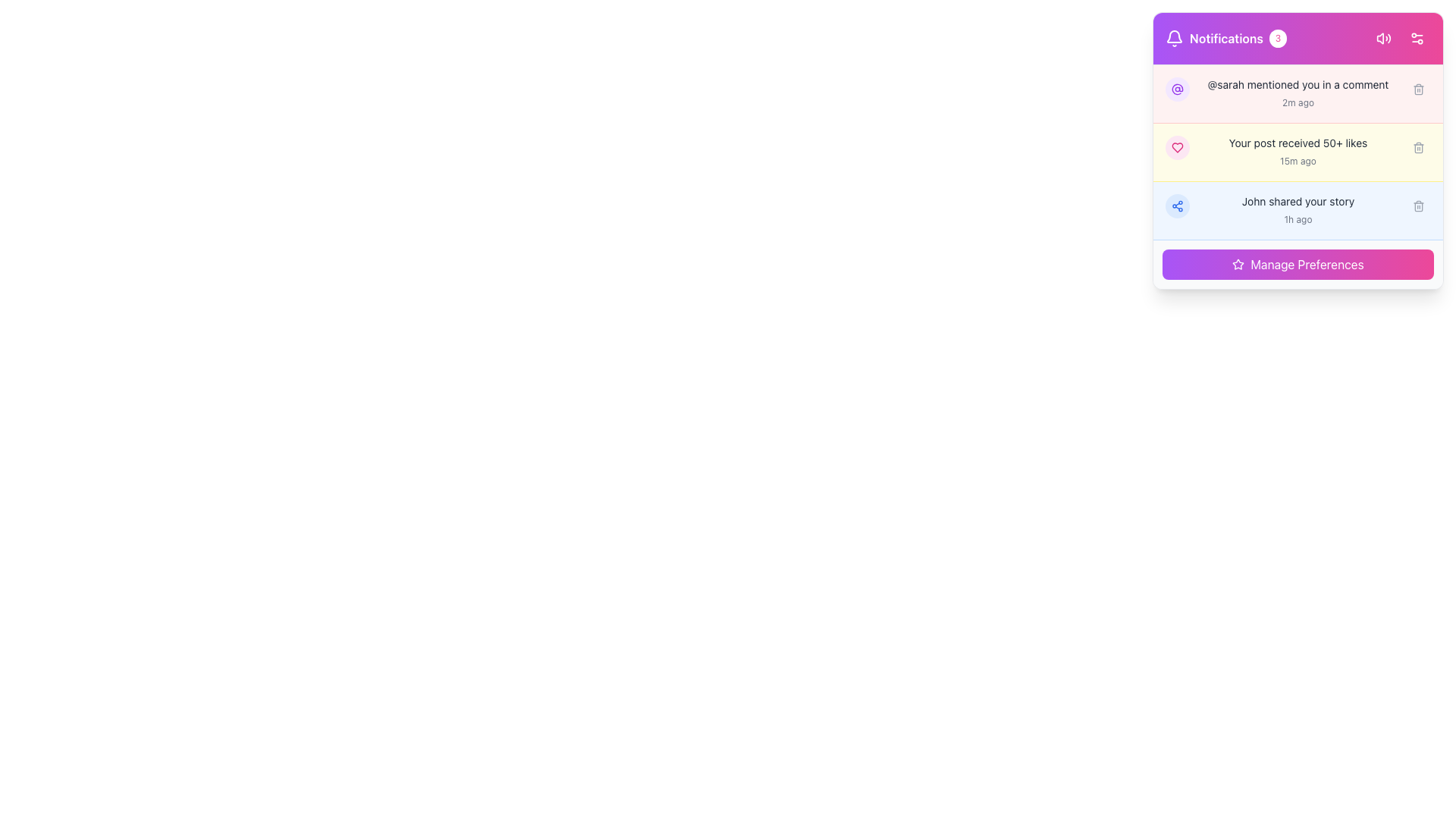 This screenshot has height=819, width=1456. What do you see at coordinates (1174, 36) in the screenshot?
I see `the lower portion of the purple bell-shaped icon located in the upper-left corner of the notification panel` at bounding box center [1174, 36].